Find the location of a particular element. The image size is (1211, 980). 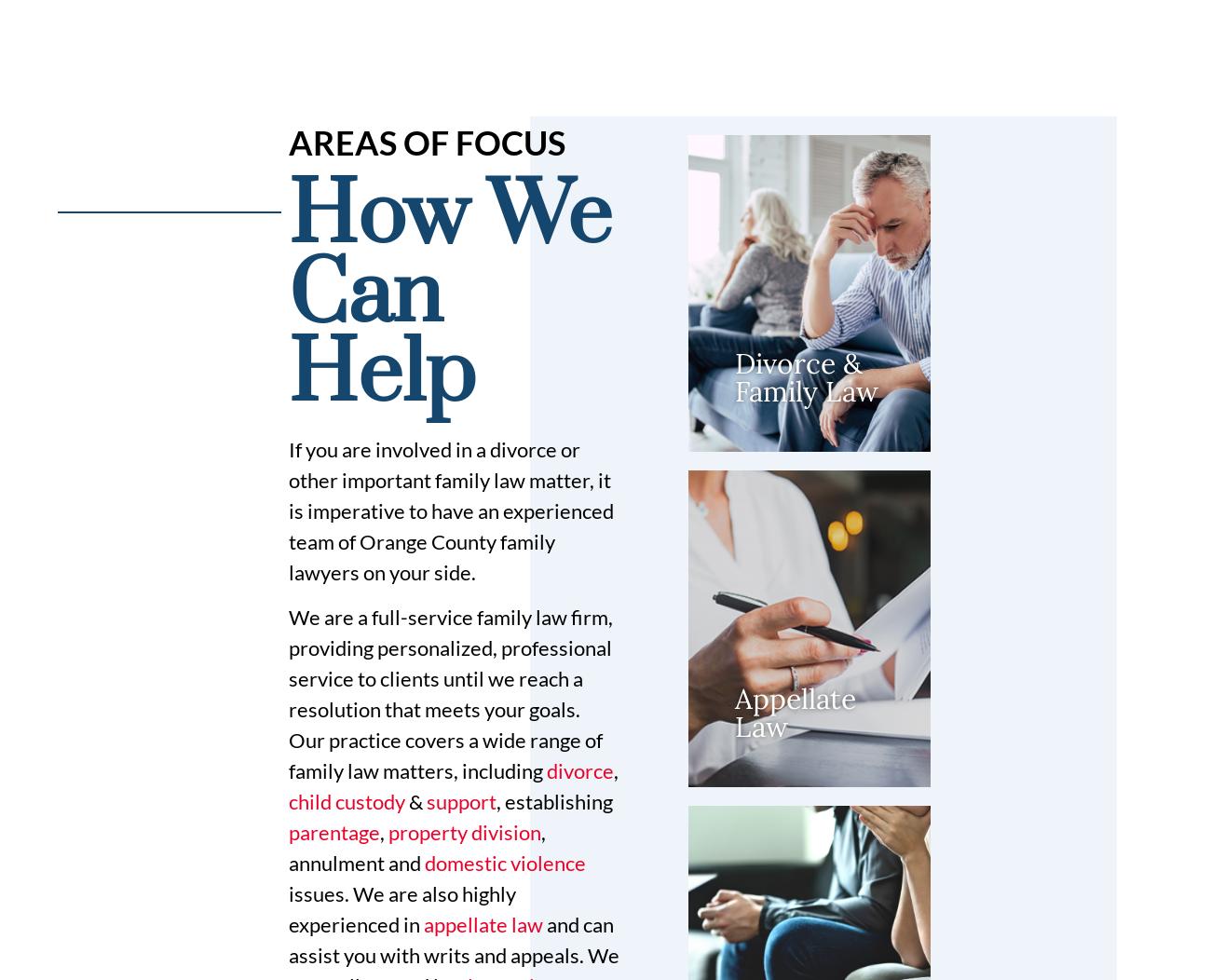

'appellate law' is located at coordinates (483, 923).